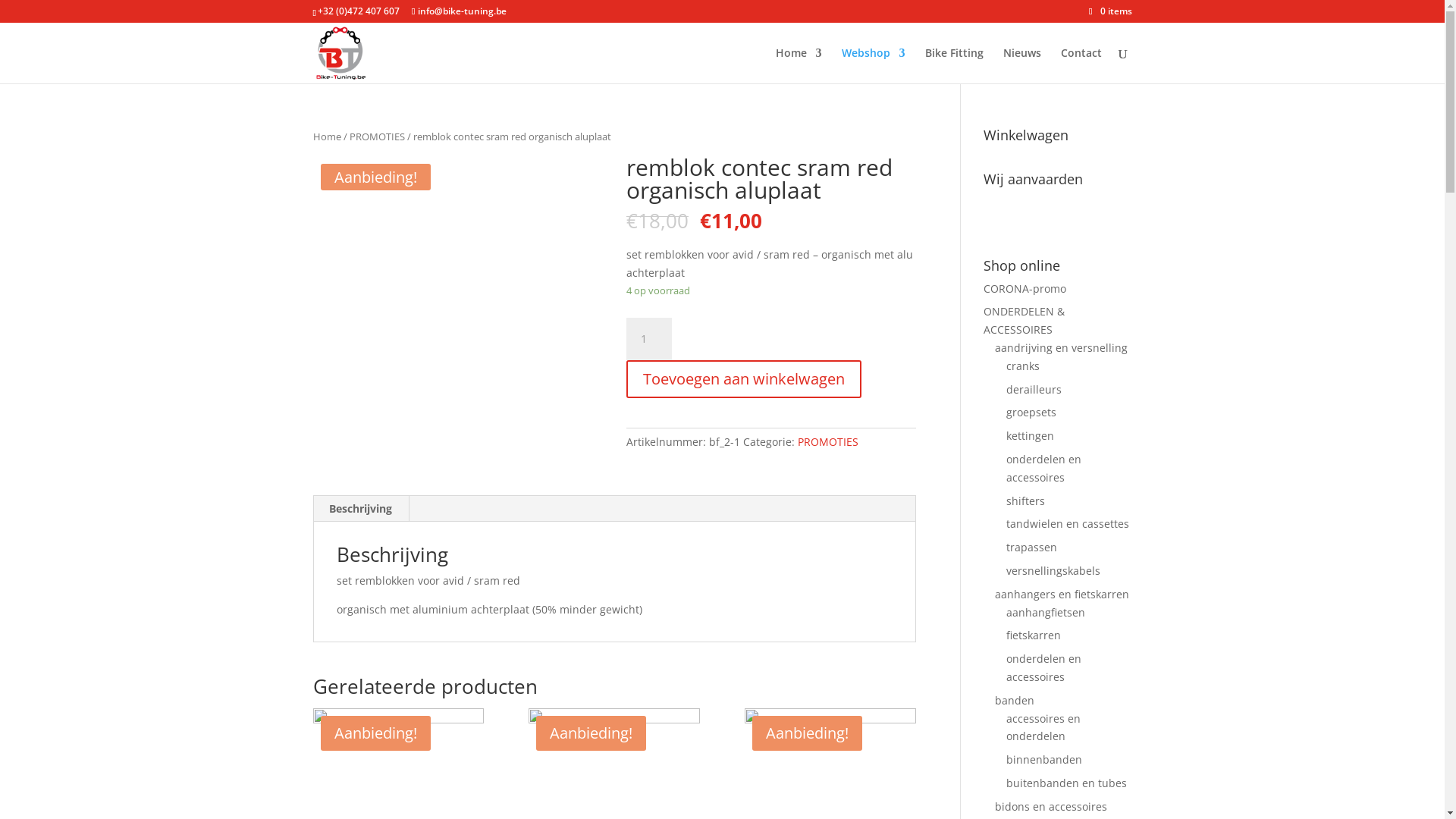  What do you see at coordinates (1015, 700) in the screenshot?
I see `'banden'` at bounding box center [1015, 700].